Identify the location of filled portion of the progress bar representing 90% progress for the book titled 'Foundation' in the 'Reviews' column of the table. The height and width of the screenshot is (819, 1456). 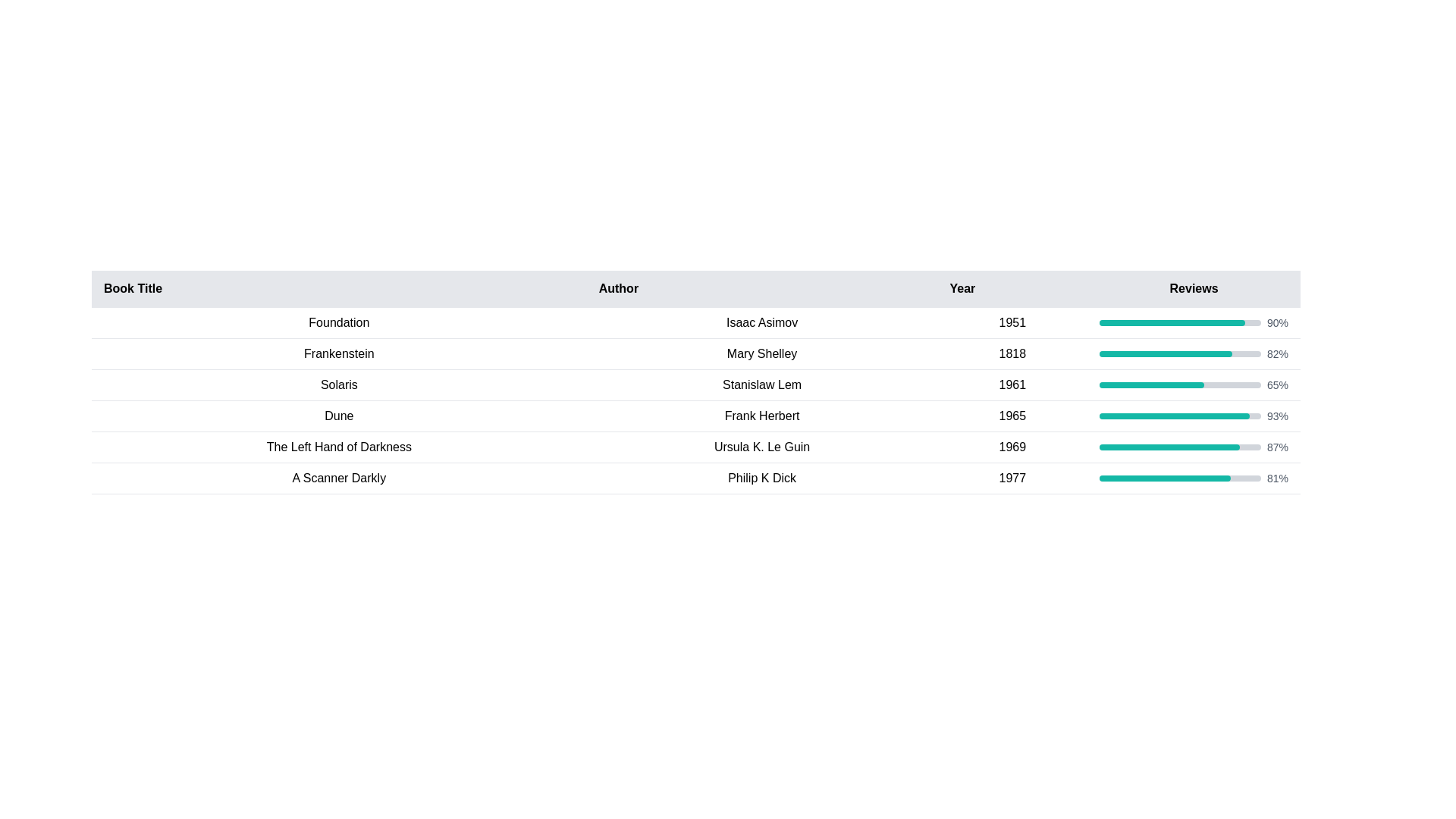
(1171, 322).